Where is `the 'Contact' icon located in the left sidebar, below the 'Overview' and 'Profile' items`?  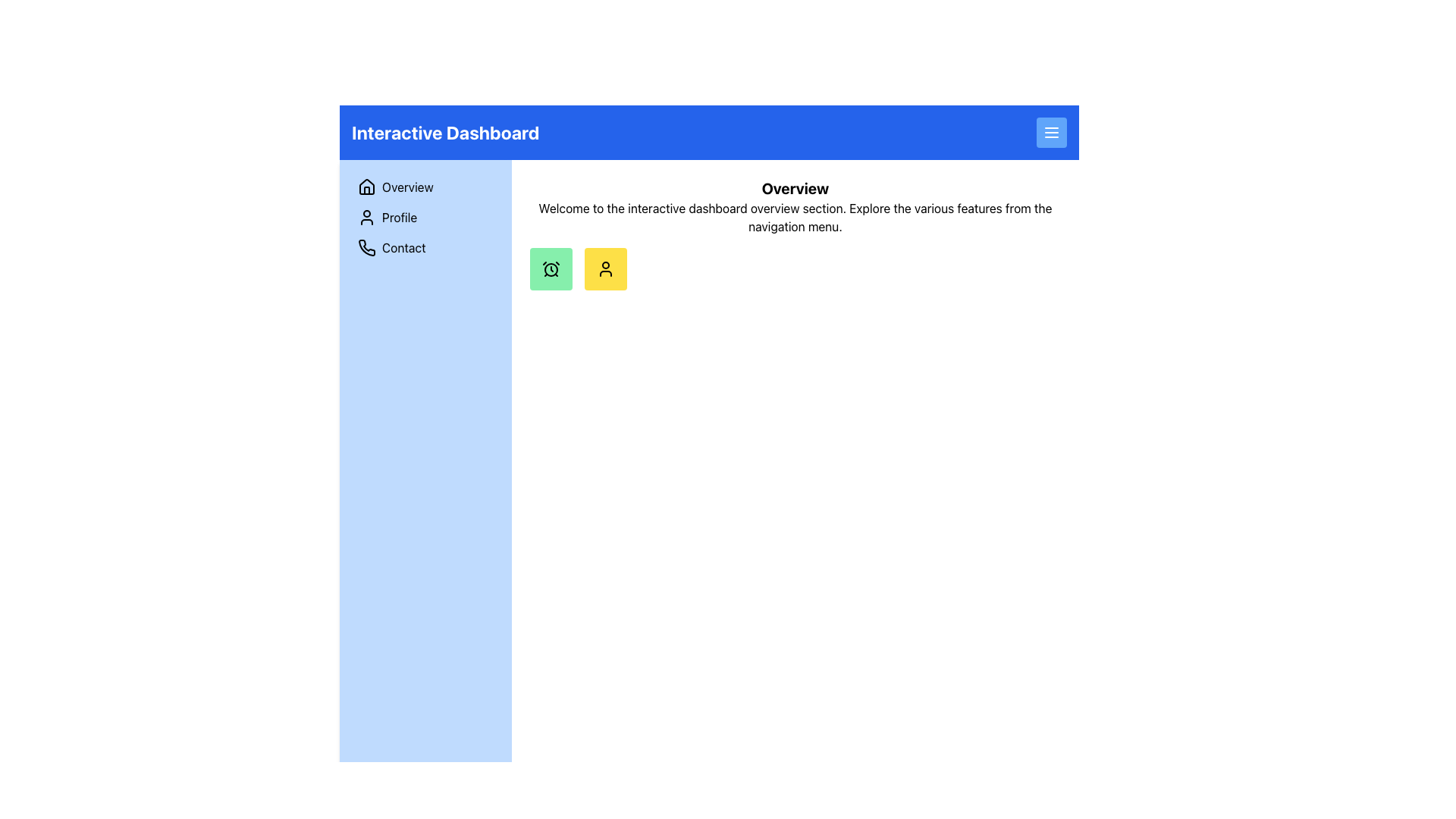
the 'Contact' icon located in the left sidebar, below the 'Overview' and 'Profile' items is located at coordinates (367, 247).